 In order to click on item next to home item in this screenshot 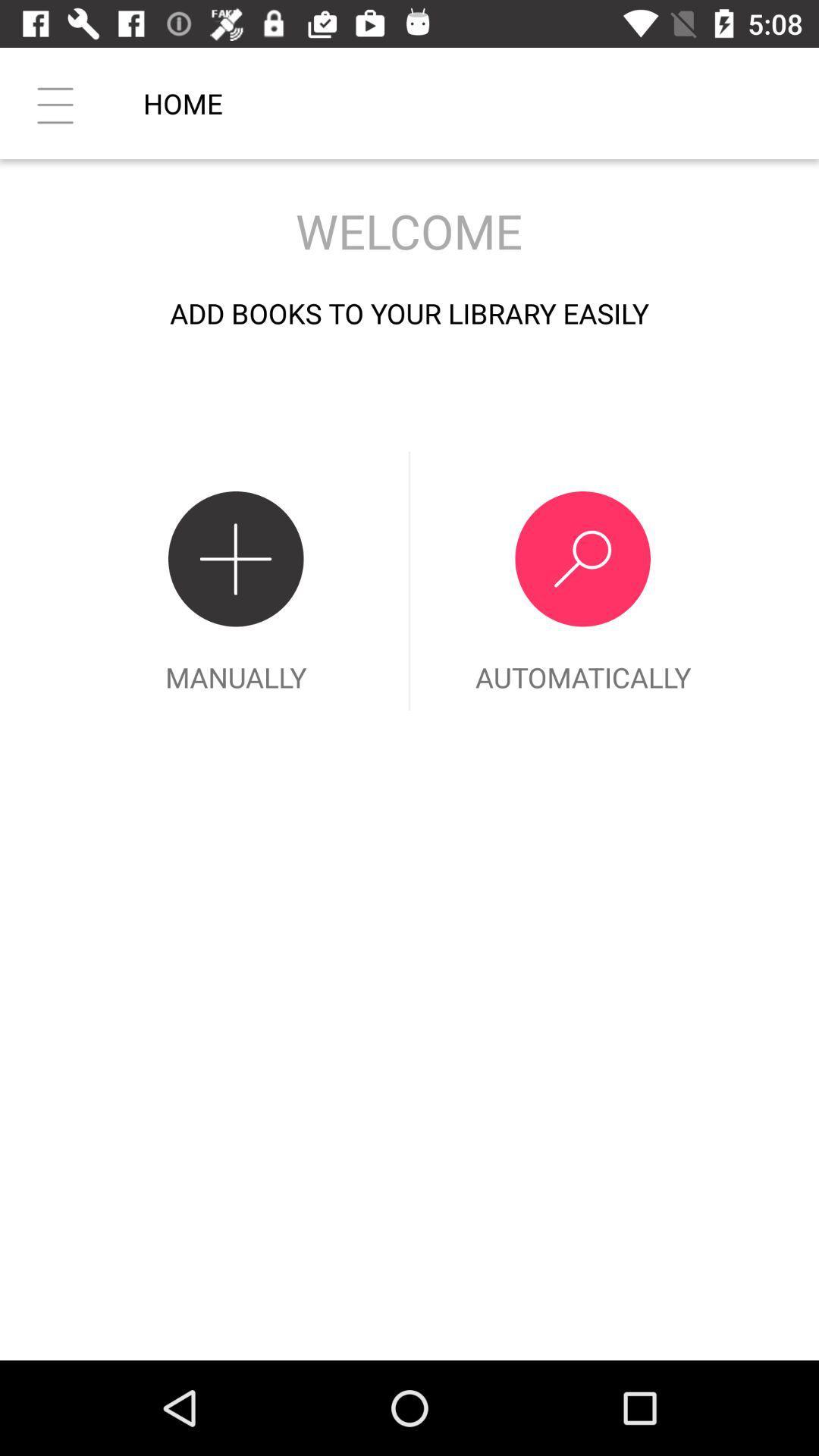, I will do `click(55, 102)`.